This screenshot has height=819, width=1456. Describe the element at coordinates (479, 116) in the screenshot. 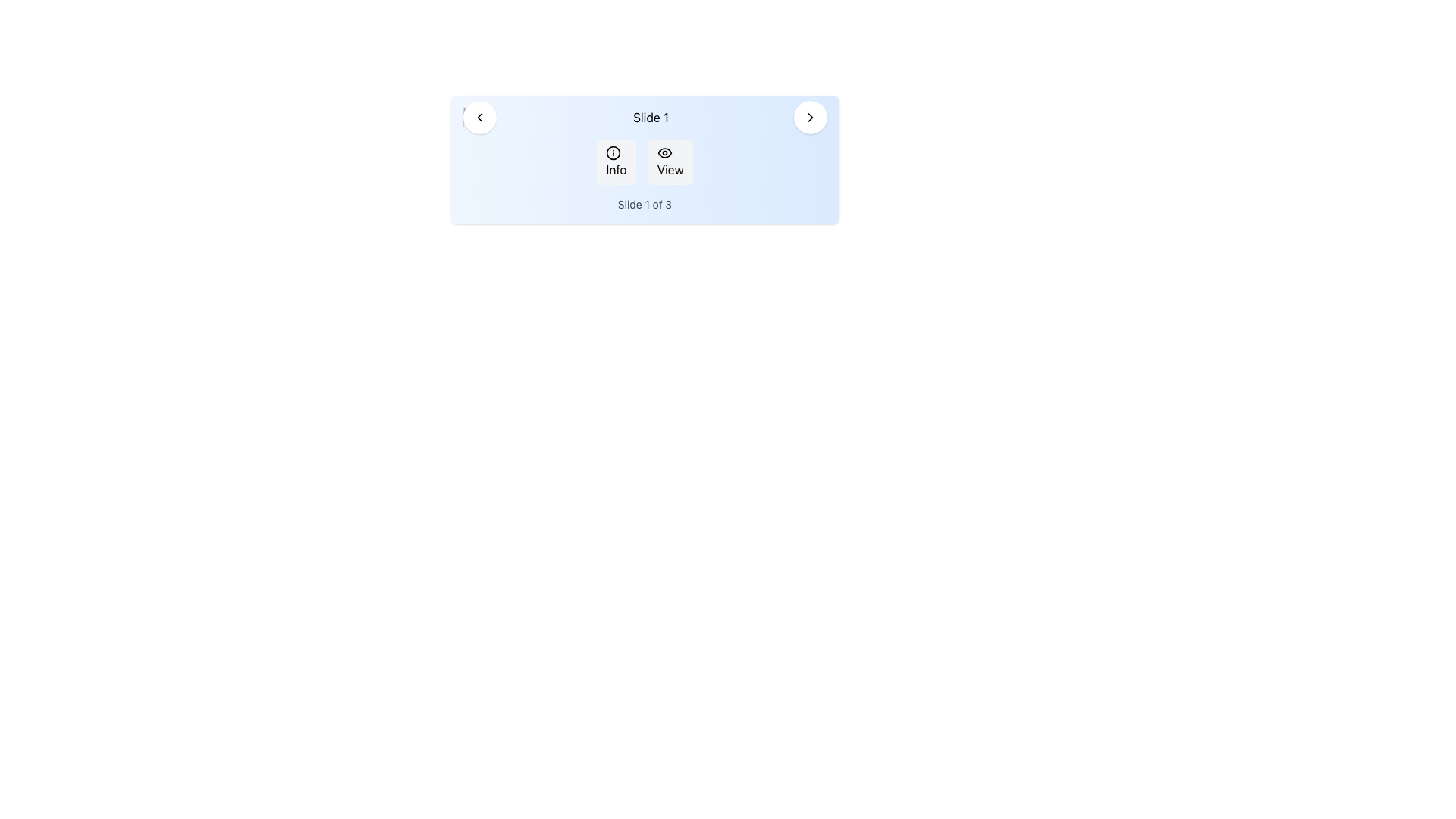

I see `the circular button with a left-pointing chevron icon in the center` at that location.